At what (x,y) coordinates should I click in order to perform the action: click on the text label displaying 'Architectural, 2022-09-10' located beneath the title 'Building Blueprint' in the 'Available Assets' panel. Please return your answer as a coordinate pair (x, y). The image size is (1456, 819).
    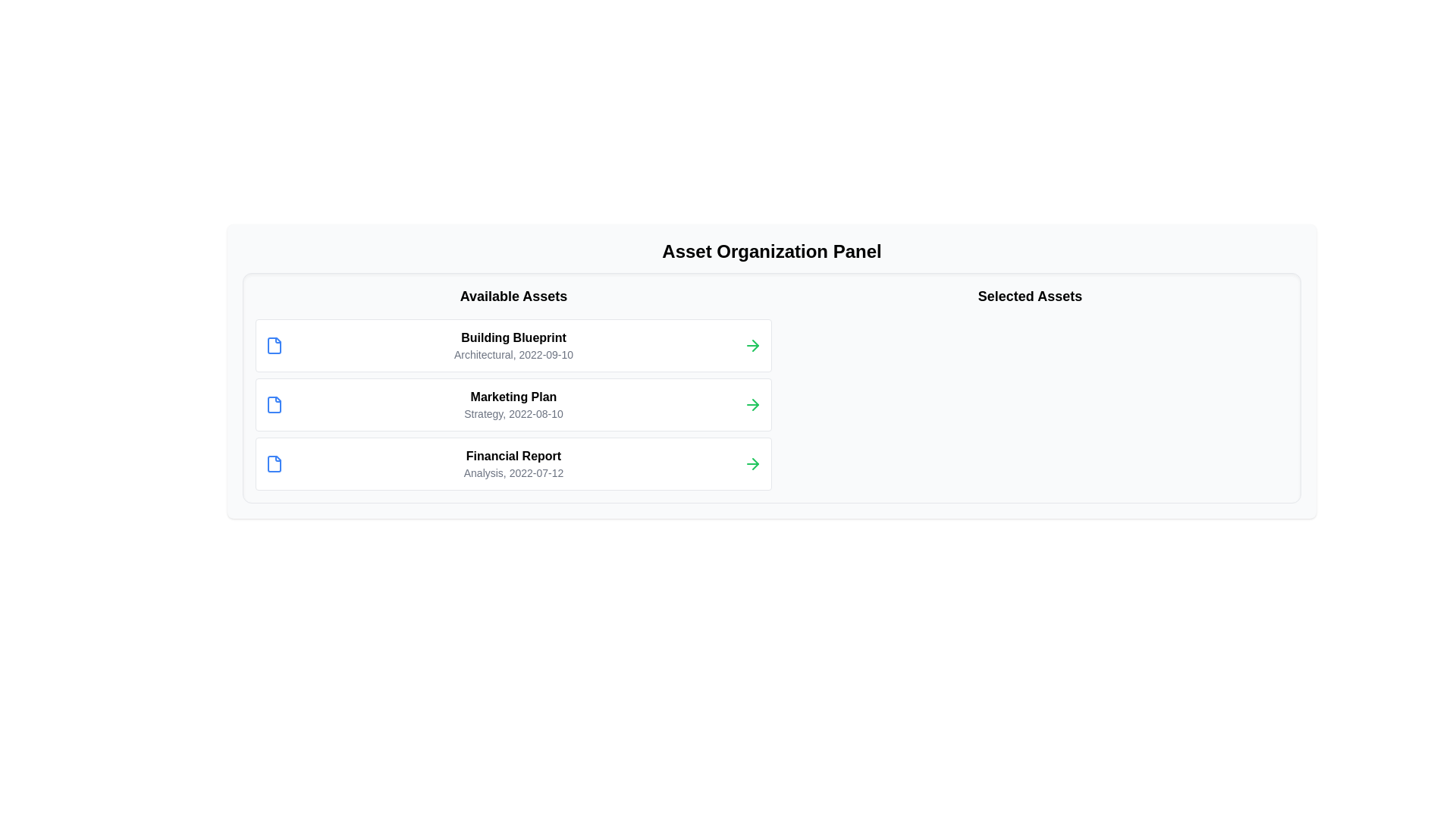
    Looking at the image, I should click on (513, 354).